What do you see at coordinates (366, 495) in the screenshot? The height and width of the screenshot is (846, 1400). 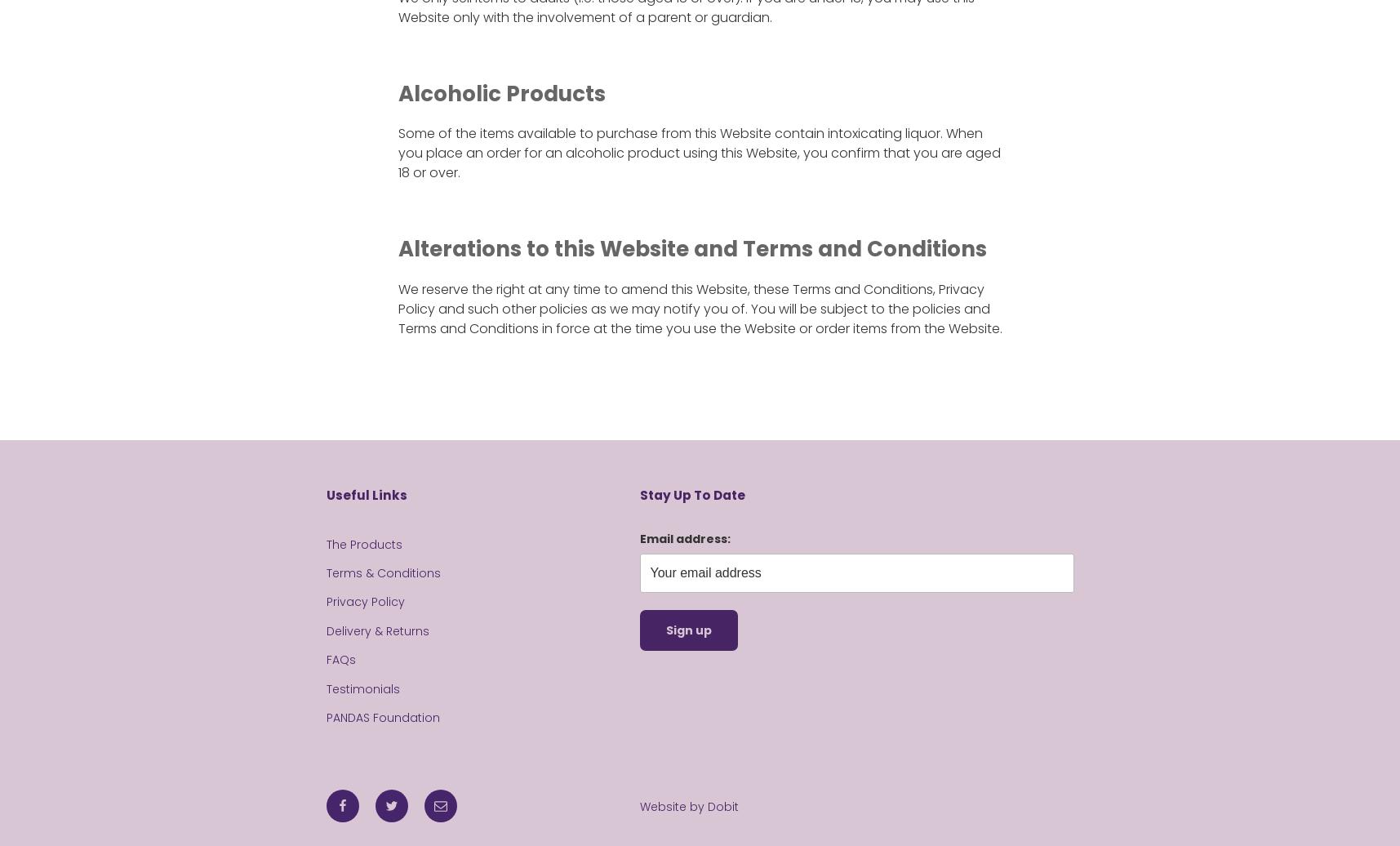 I see `'Useful Links'` at bounding box center [366, 495].